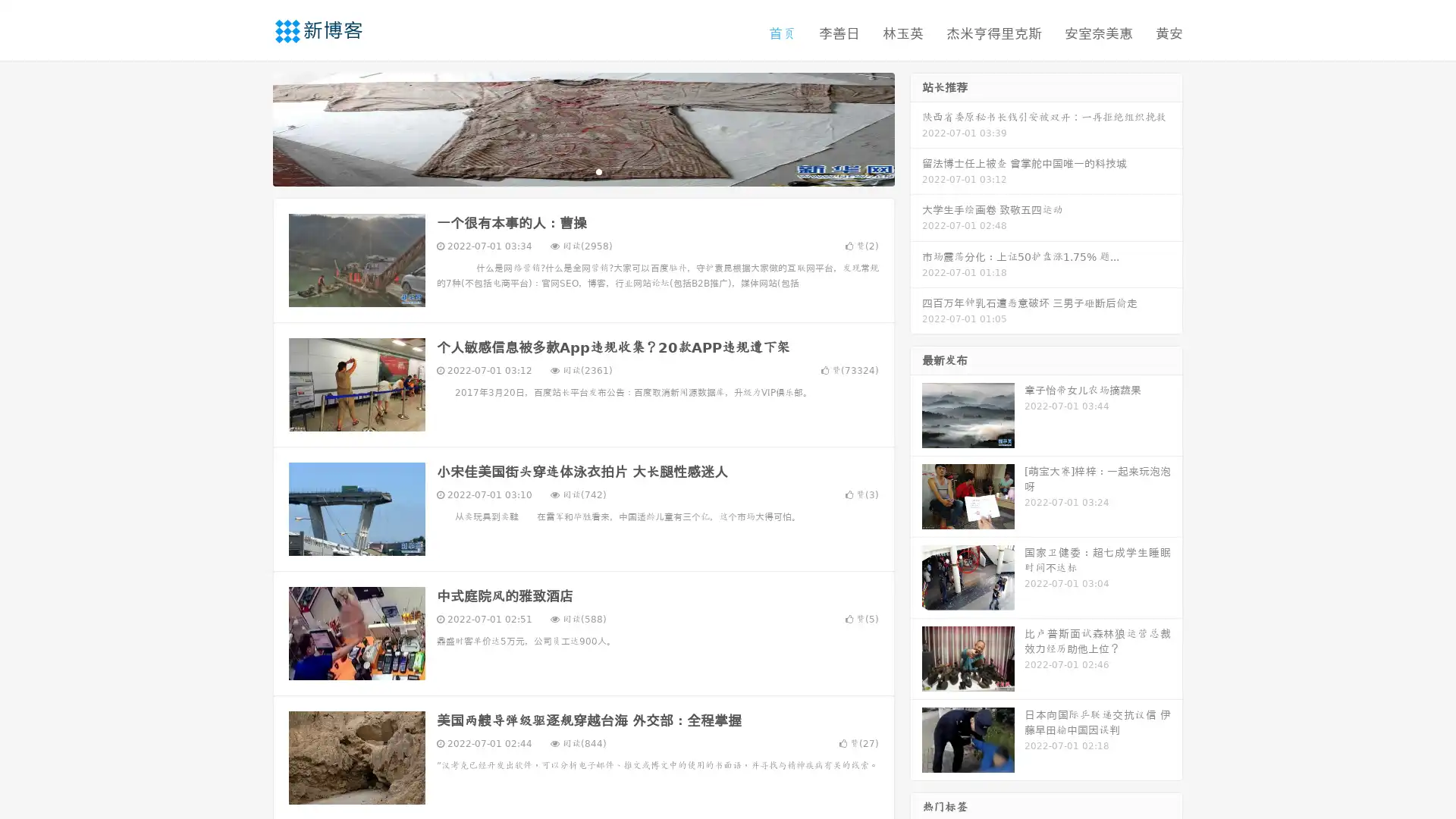 Image resolution: width=1456 pixels, height=819 pixels. I want to click on Go to slide 3, so click(598, 171).